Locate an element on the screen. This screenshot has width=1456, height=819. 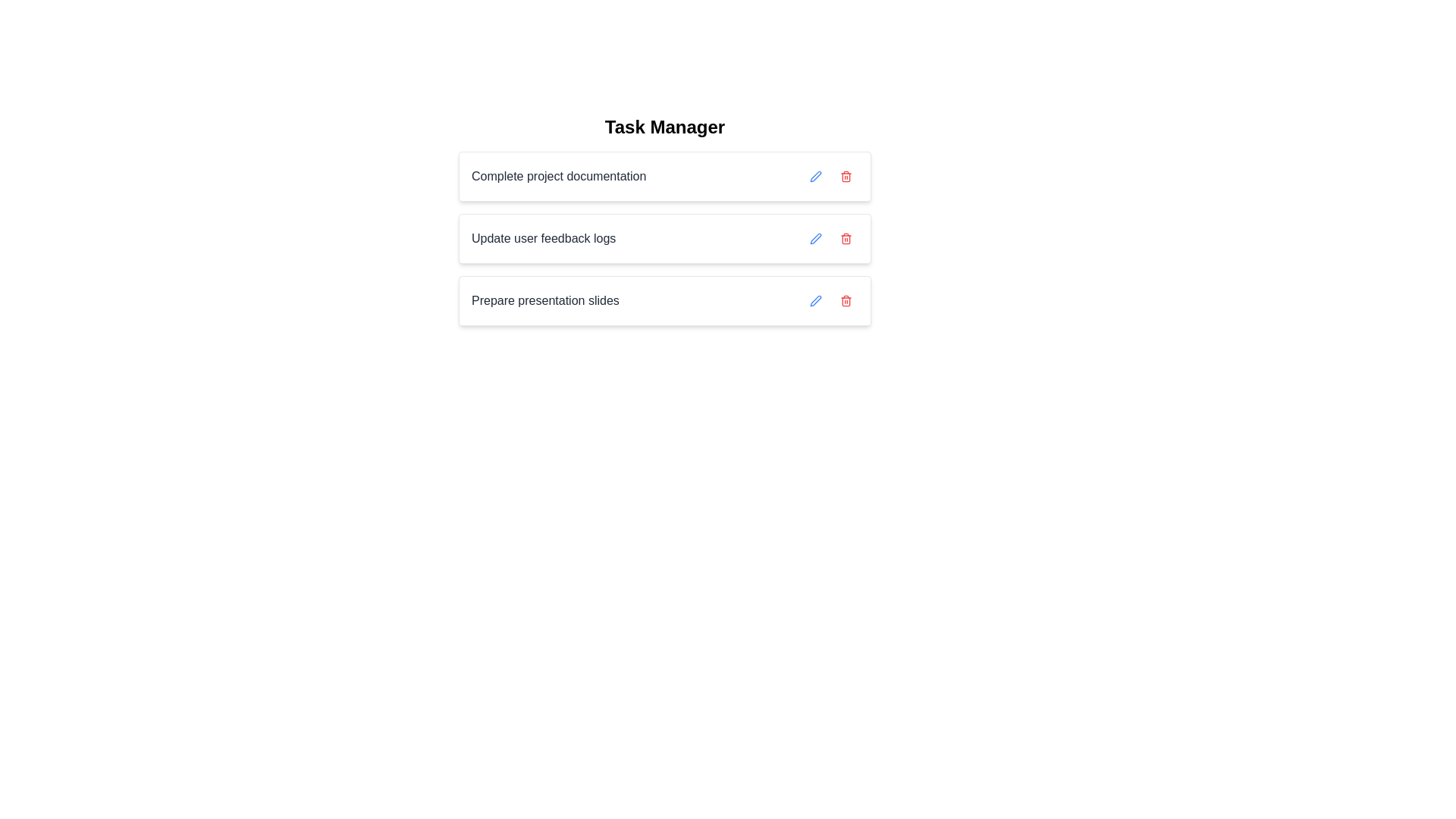
the text element displaying 'Complete project documentation', located at the left side of the first task row under the 'Task Manager' title is located at coordinates (558, 175).